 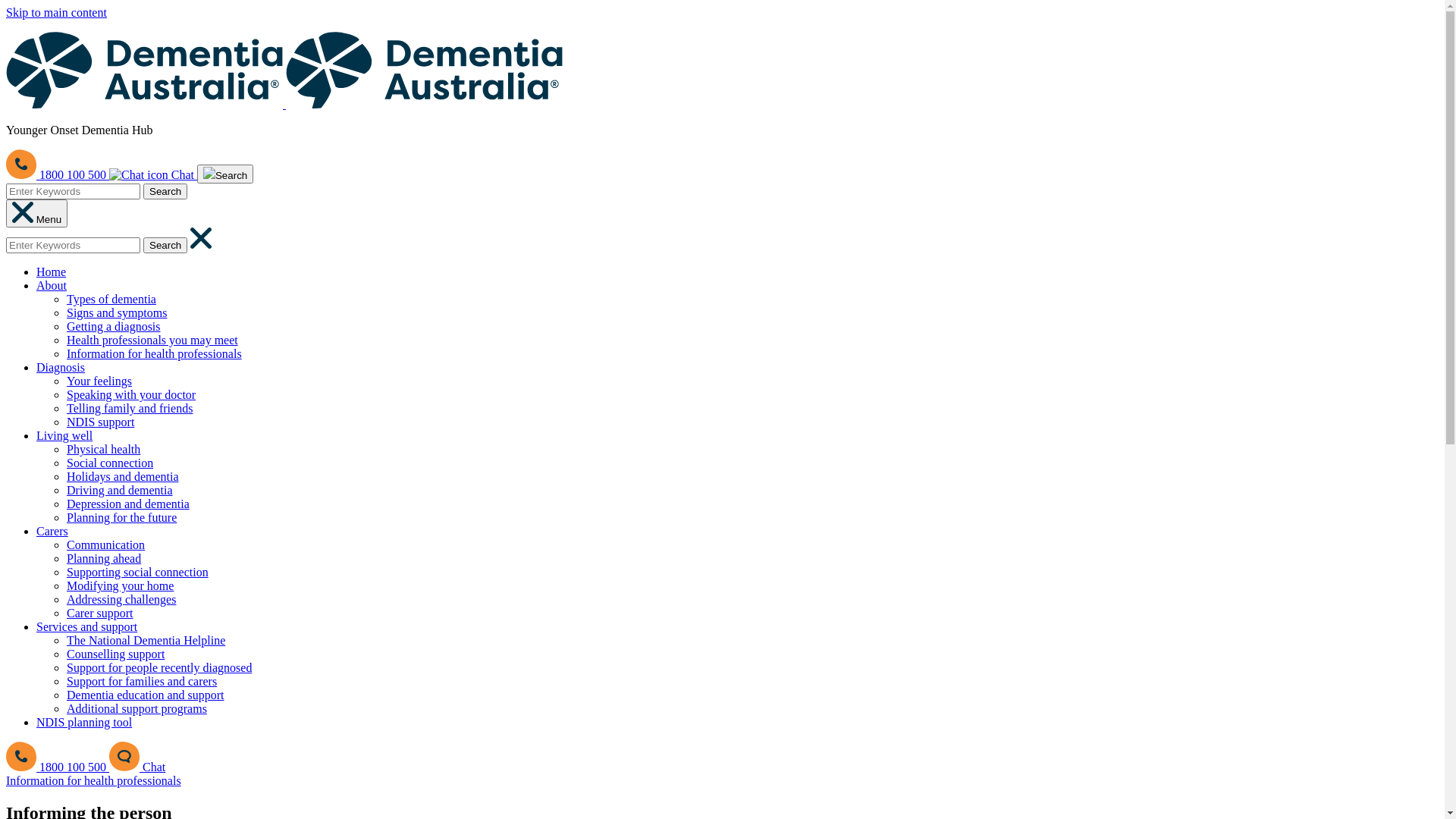 What do you see at coordinates (103, 558) in the screenshot?
I see `'Planning ahead'` at bounding box center [103, 558].